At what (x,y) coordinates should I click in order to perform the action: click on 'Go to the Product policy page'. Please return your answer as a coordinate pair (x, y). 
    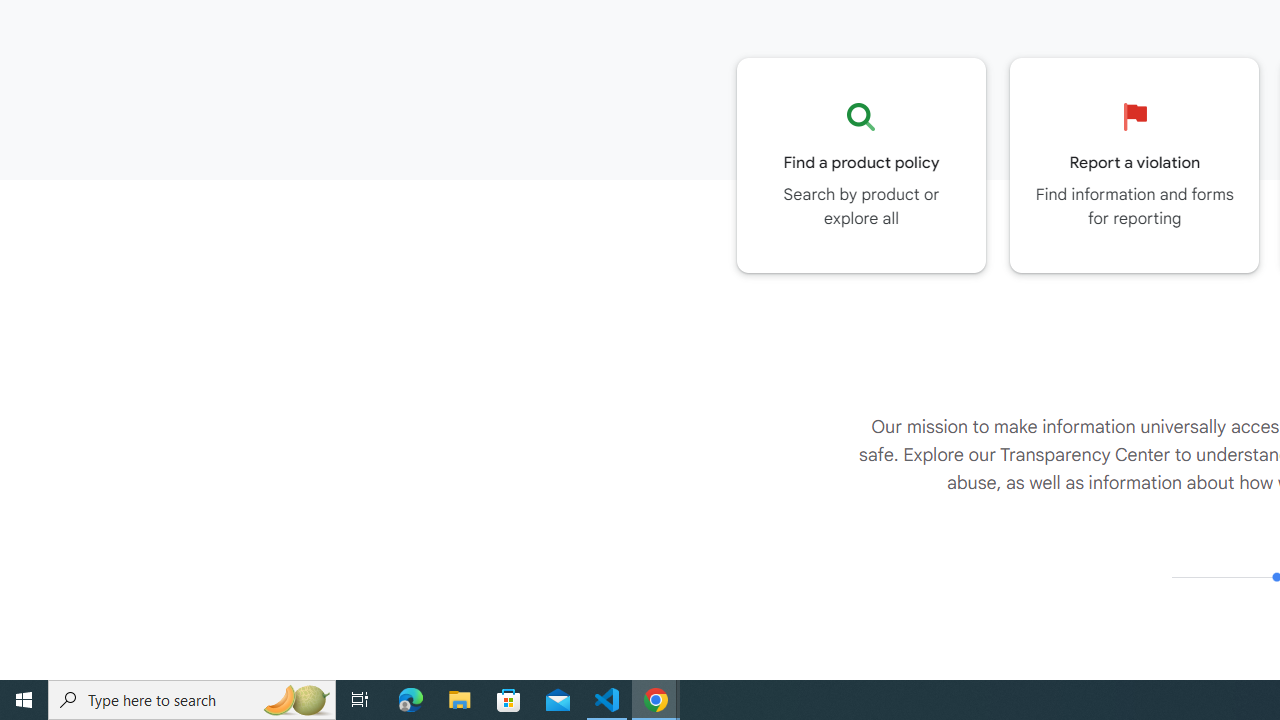
    Looking at the image, I should click on (861, 164).